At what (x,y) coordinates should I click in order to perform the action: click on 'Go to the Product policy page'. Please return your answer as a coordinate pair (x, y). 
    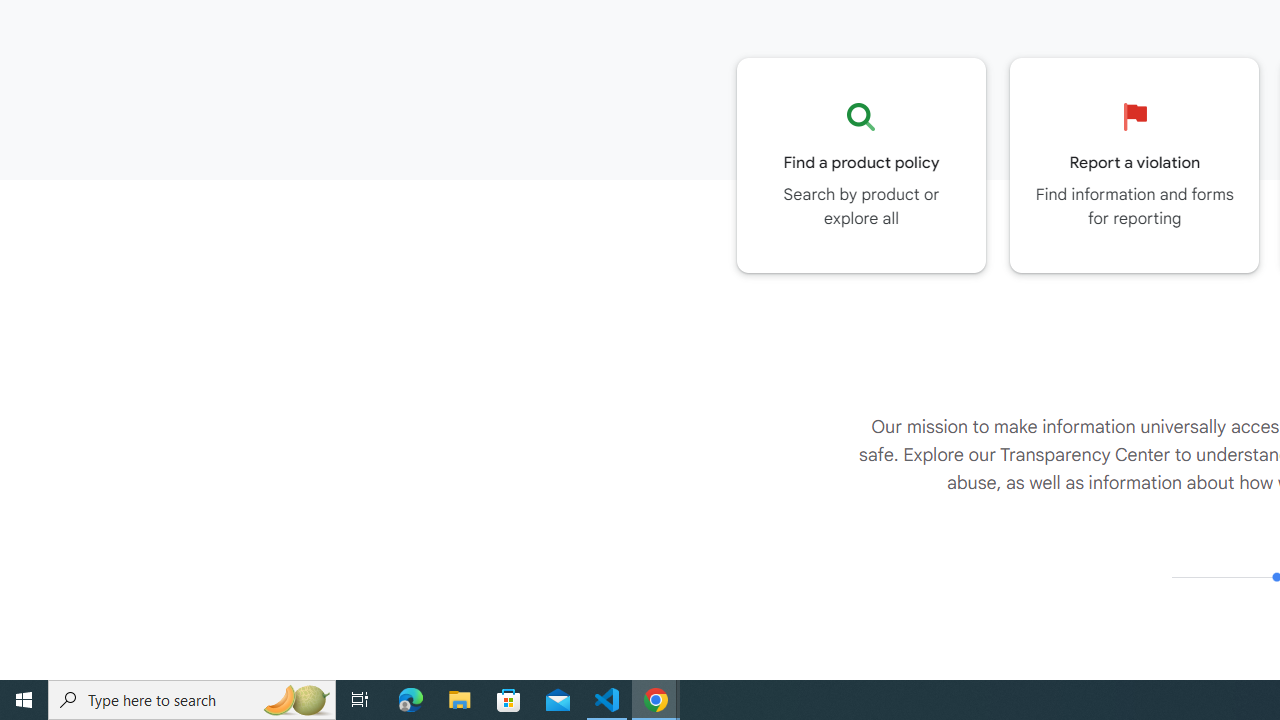
    Looking at the image, I should click on (861, 164).